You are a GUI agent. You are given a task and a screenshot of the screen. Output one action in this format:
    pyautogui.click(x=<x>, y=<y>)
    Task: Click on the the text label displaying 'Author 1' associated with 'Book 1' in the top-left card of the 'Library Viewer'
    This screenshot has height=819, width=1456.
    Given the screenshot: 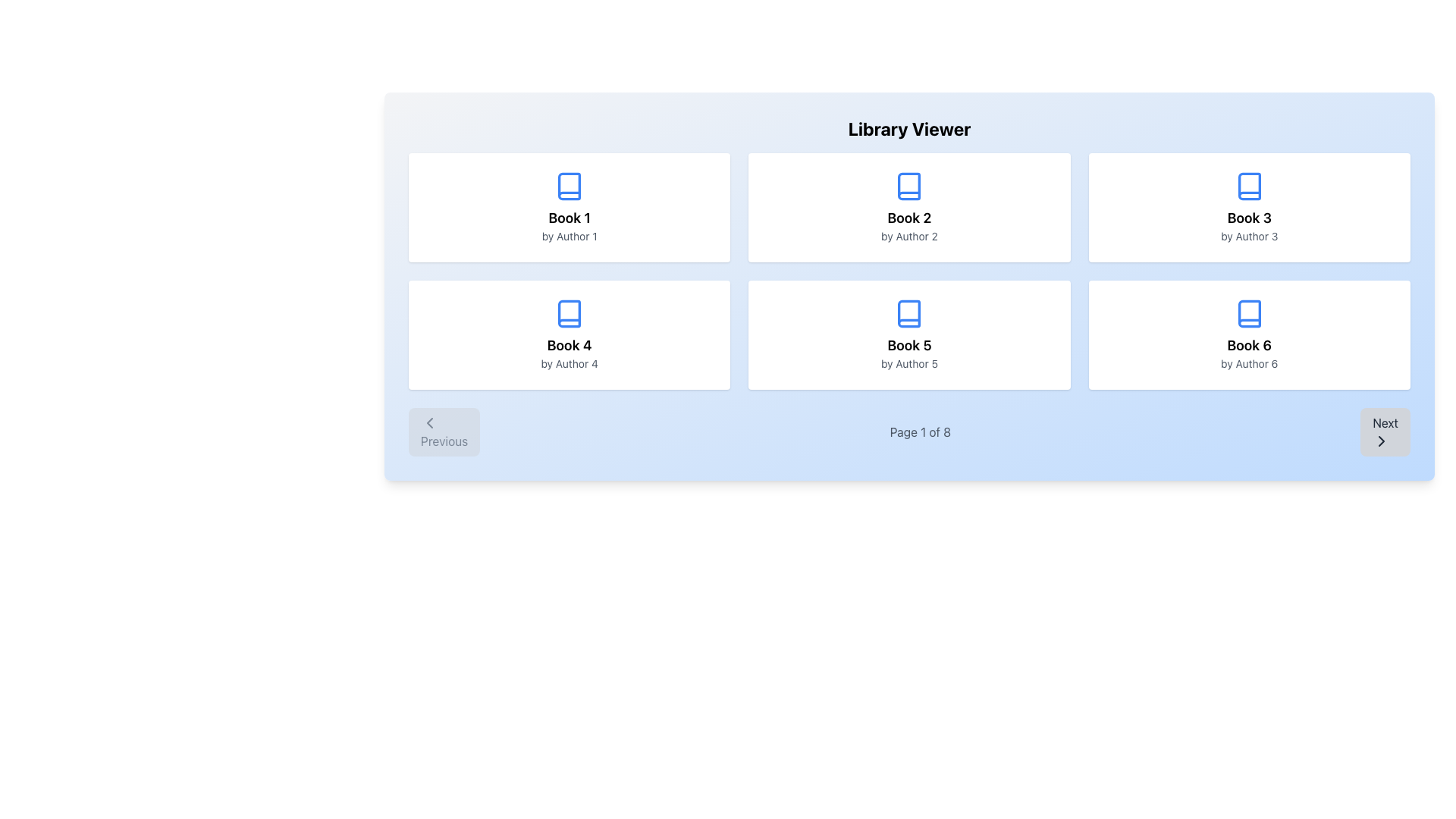 What is the action you would take?
    pyautogui.click(x=569, y=237)
    